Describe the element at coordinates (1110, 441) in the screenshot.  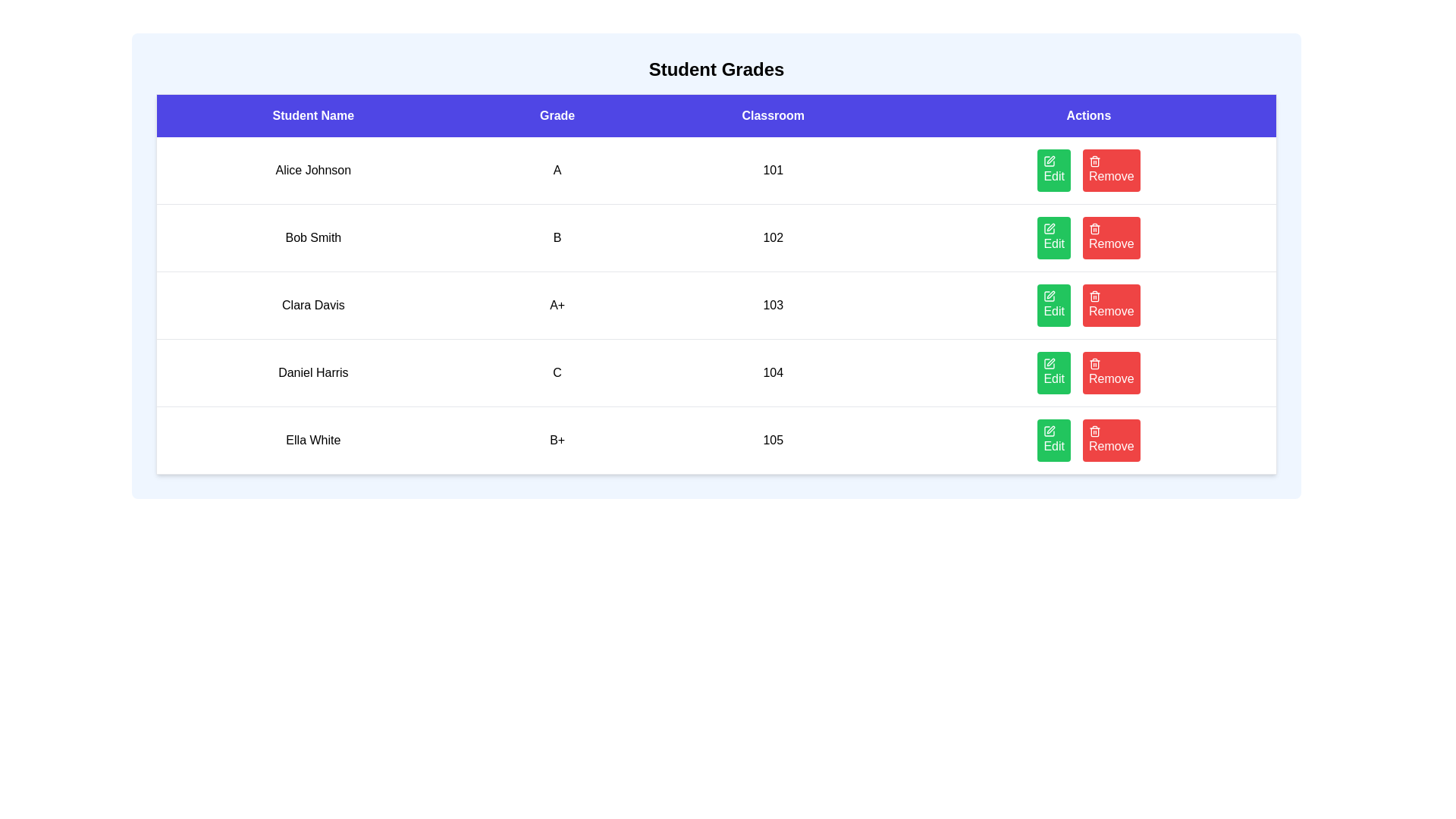
I see `the Remove button for the student named Ella White` at that location.